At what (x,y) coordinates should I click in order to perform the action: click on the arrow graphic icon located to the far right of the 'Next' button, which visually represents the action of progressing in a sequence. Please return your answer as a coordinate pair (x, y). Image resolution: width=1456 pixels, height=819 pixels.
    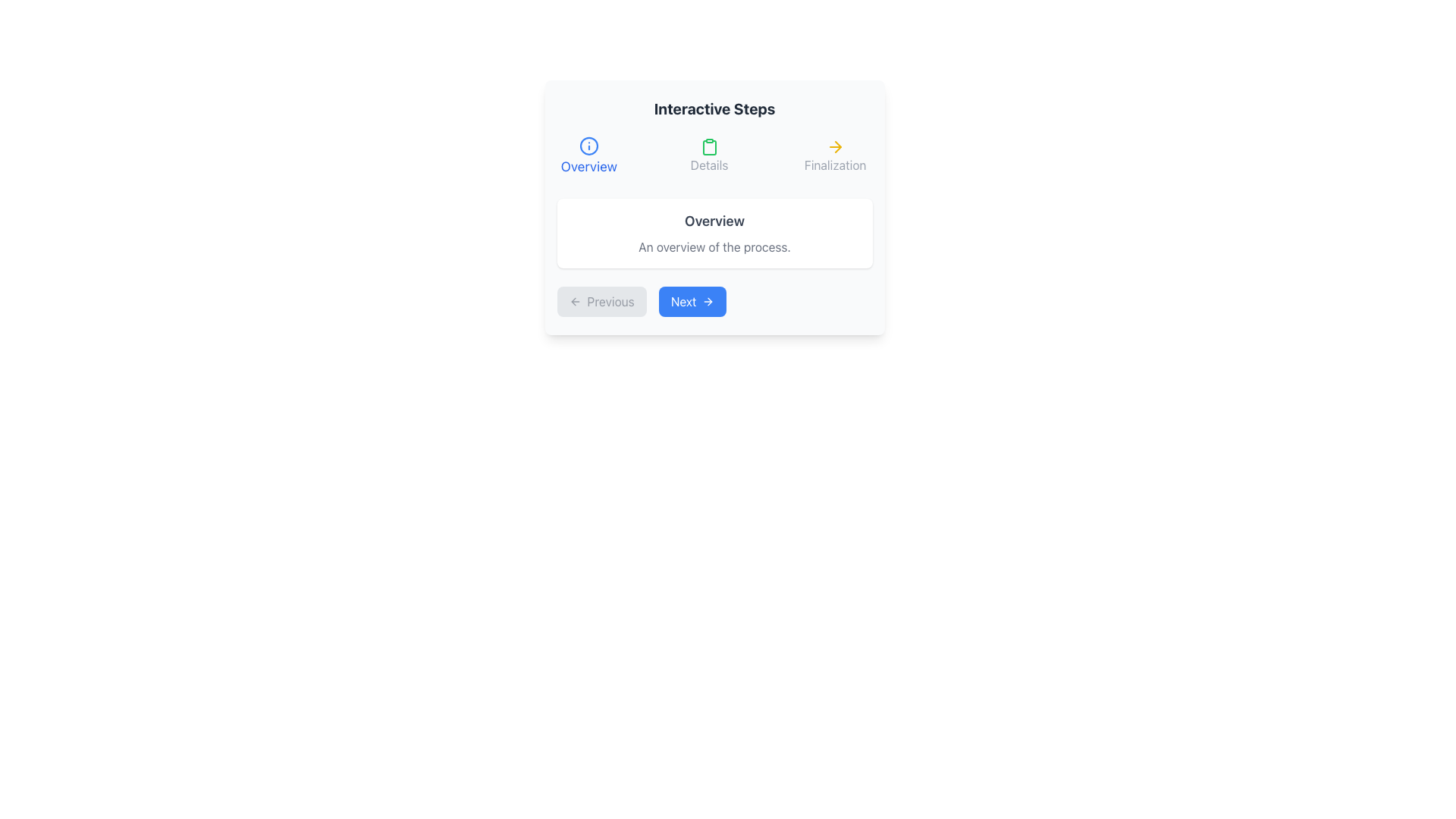
    Looking at the image, I should click on (709, 301).